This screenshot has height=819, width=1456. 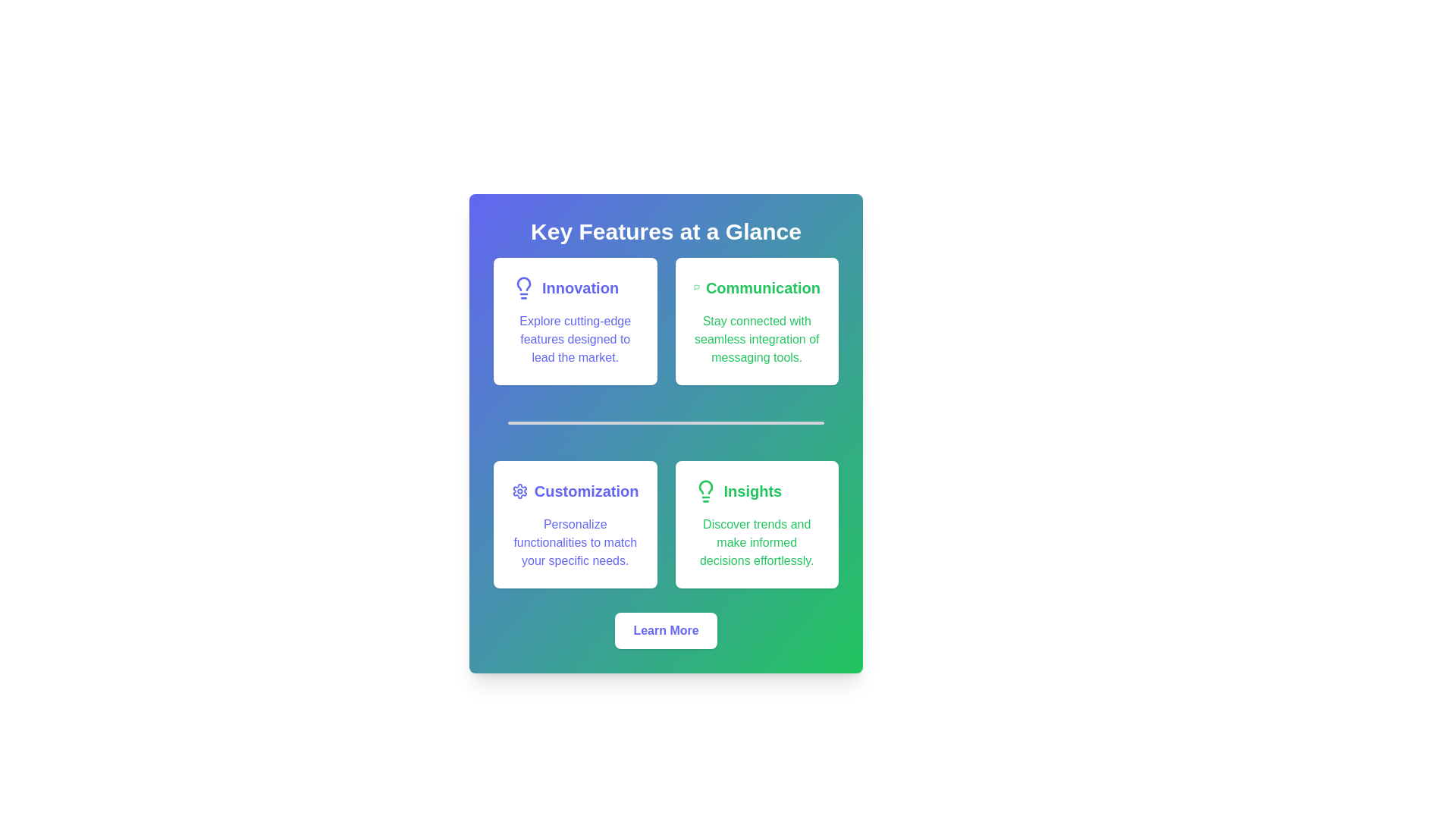 What do you see at coordinates (666, 423) in the screenshot?
I see `the second item in the grid layout under the 'Key Features at a Glance' section` at bounding box center [666, 423].